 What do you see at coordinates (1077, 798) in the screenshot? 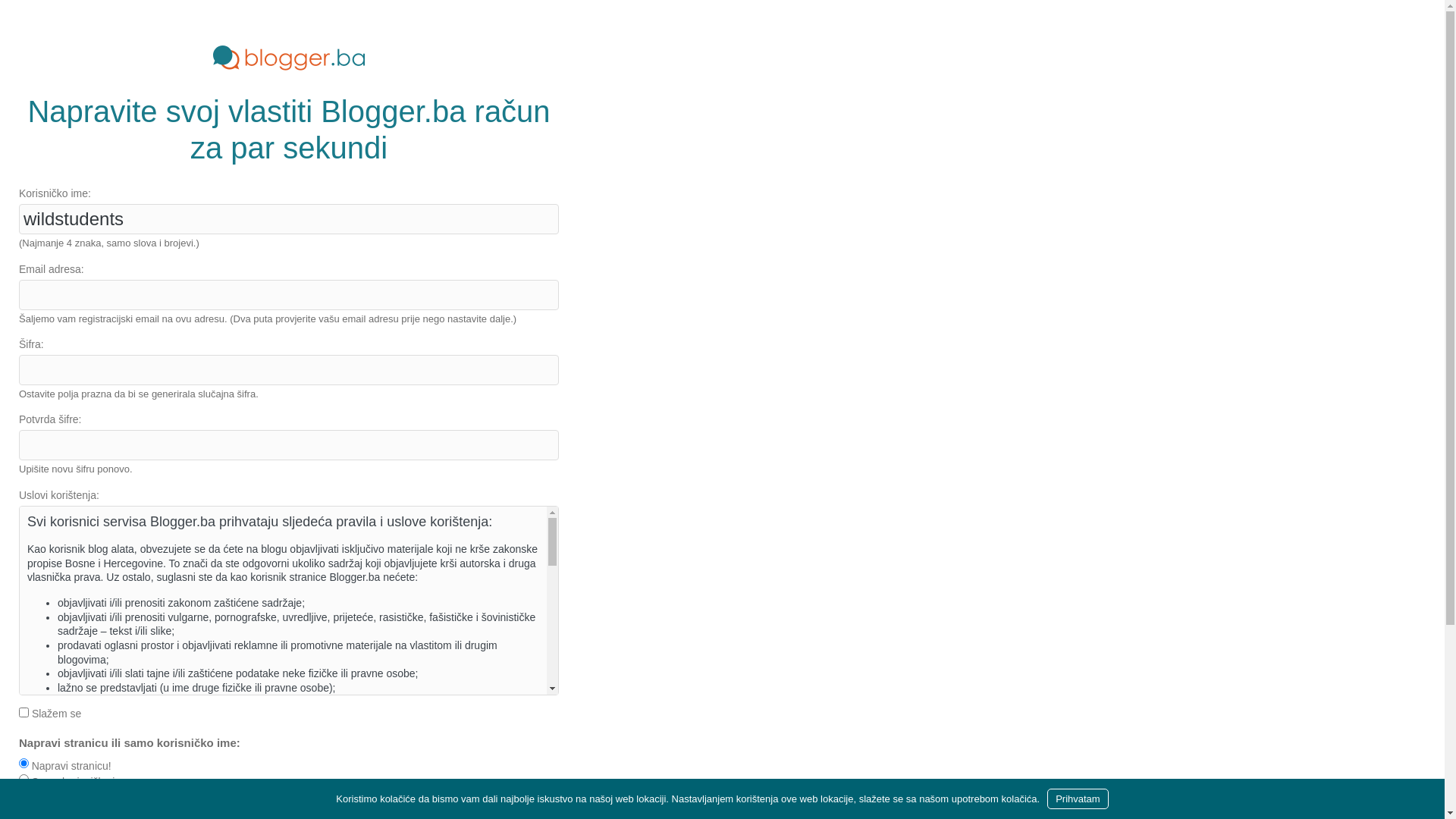
I see `'Prihvatam'` at bounding box center [1077, 798].